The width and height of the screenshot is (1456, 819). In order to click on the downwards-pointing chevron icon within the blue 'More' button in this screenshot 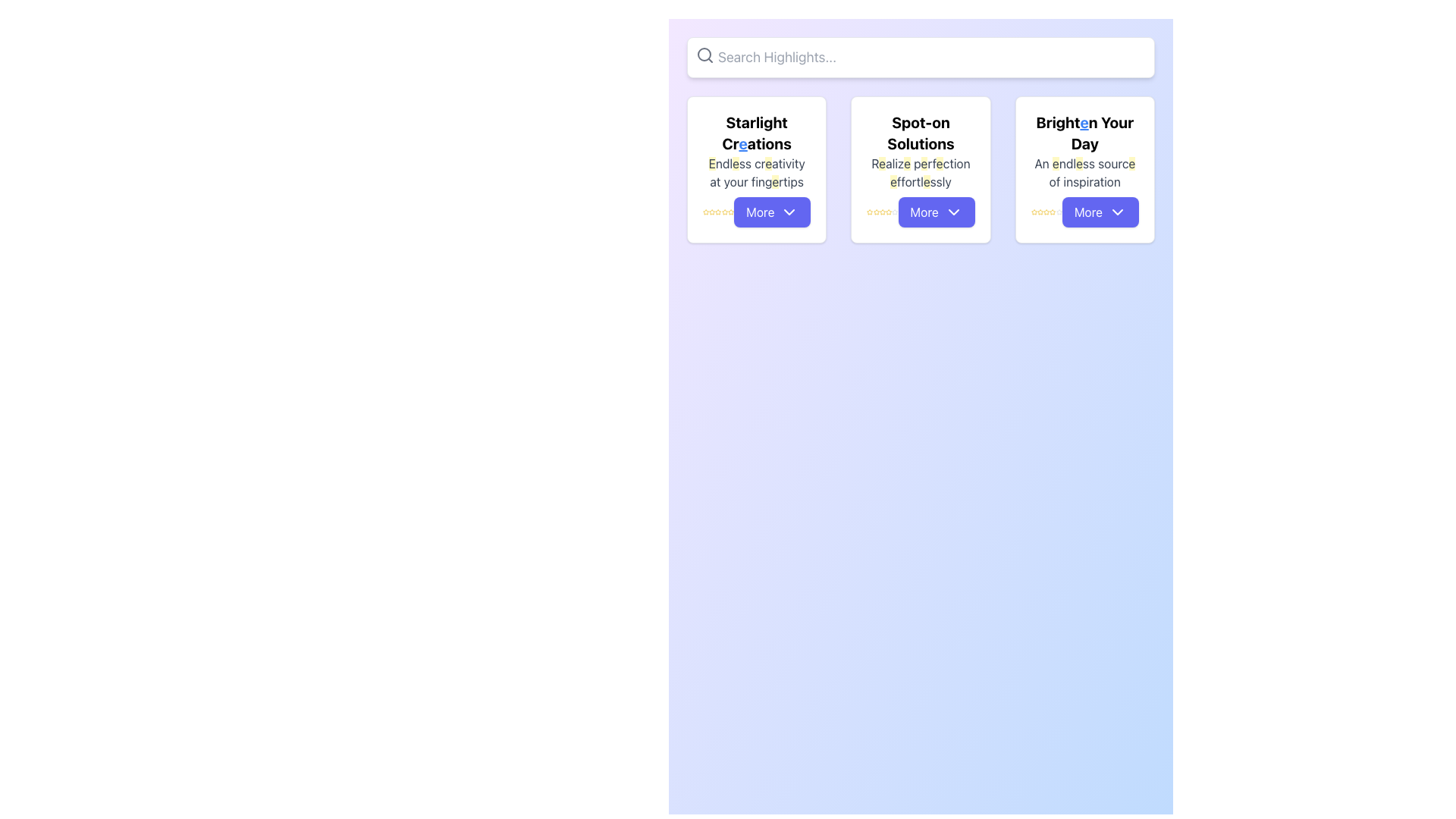, I will do `click(952, 212)`.